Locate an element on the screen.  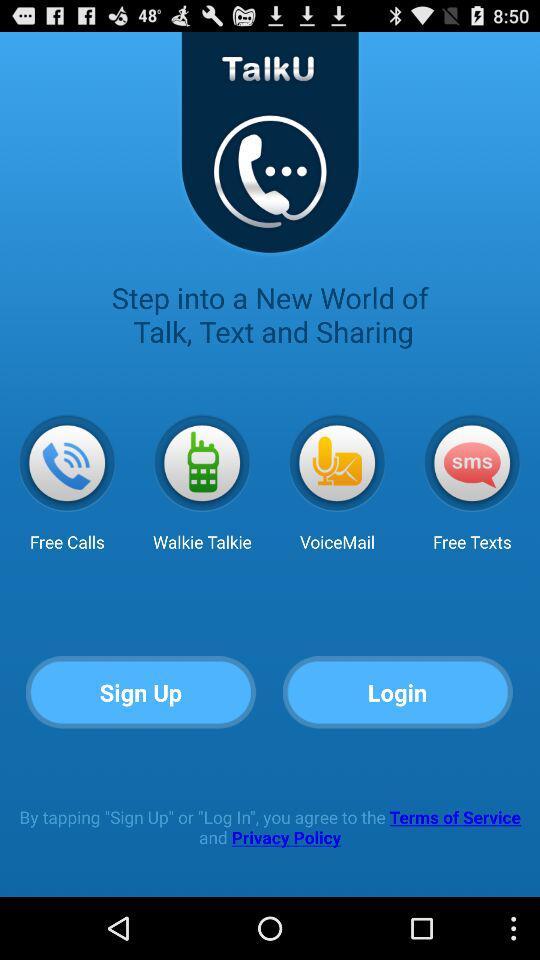
button next to the sign up item is located at coordinates (398, 693).